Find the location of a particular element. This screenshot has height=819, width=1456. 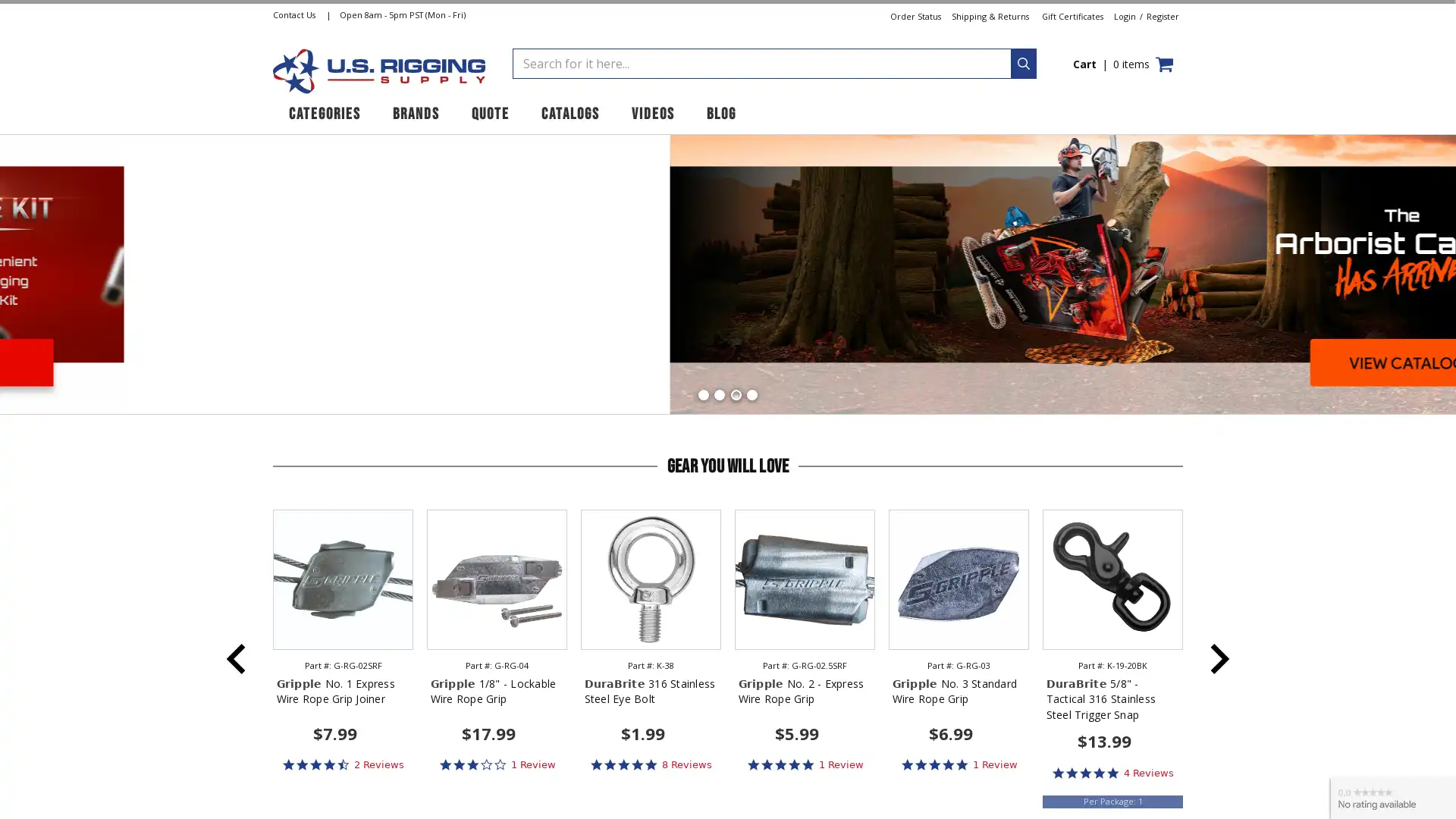

next is located at coordinates (1219, 657).